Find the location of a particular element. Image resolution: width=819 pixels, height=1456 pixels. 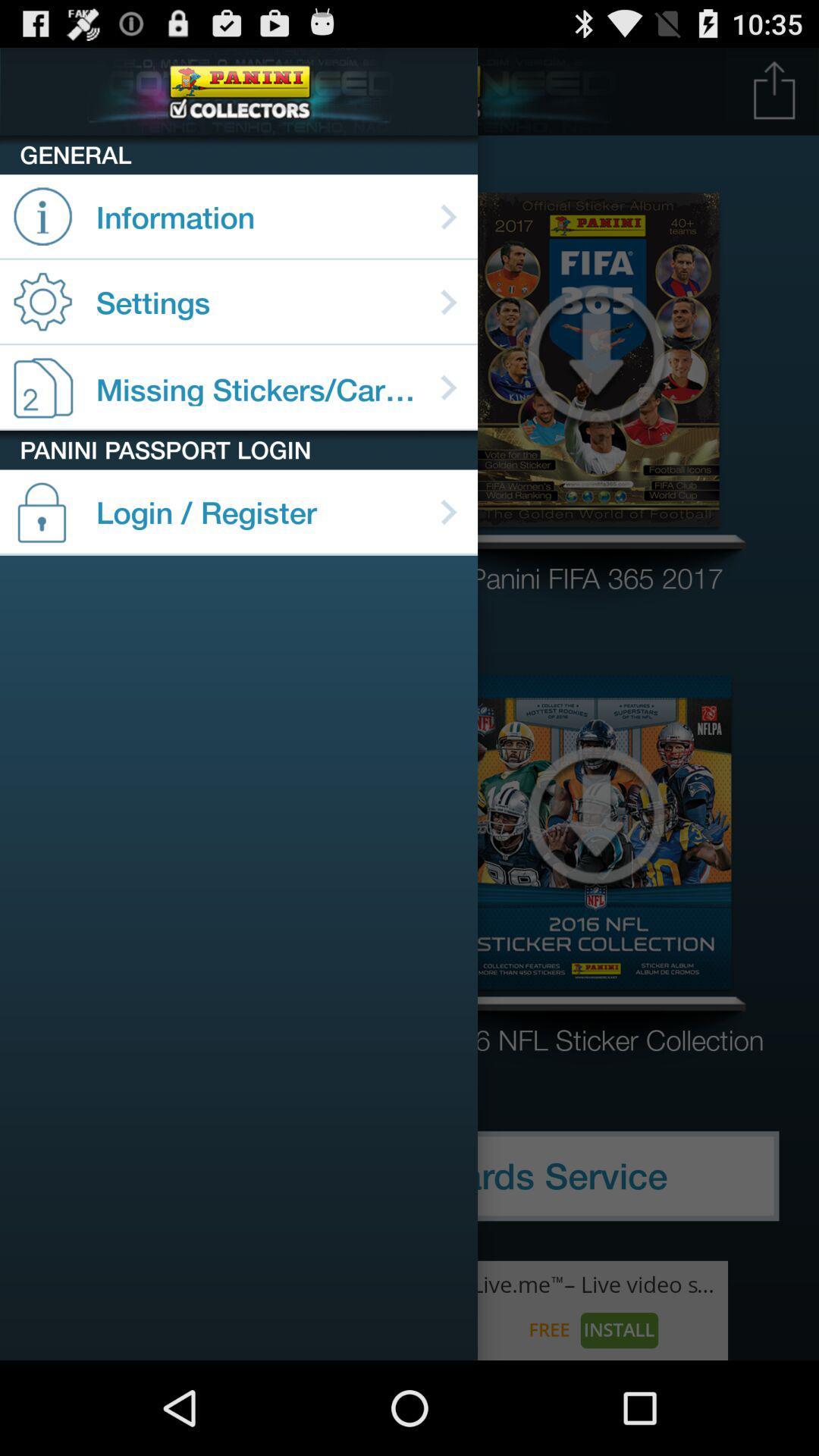

the file_download icon is located at coordinates (595, 376).